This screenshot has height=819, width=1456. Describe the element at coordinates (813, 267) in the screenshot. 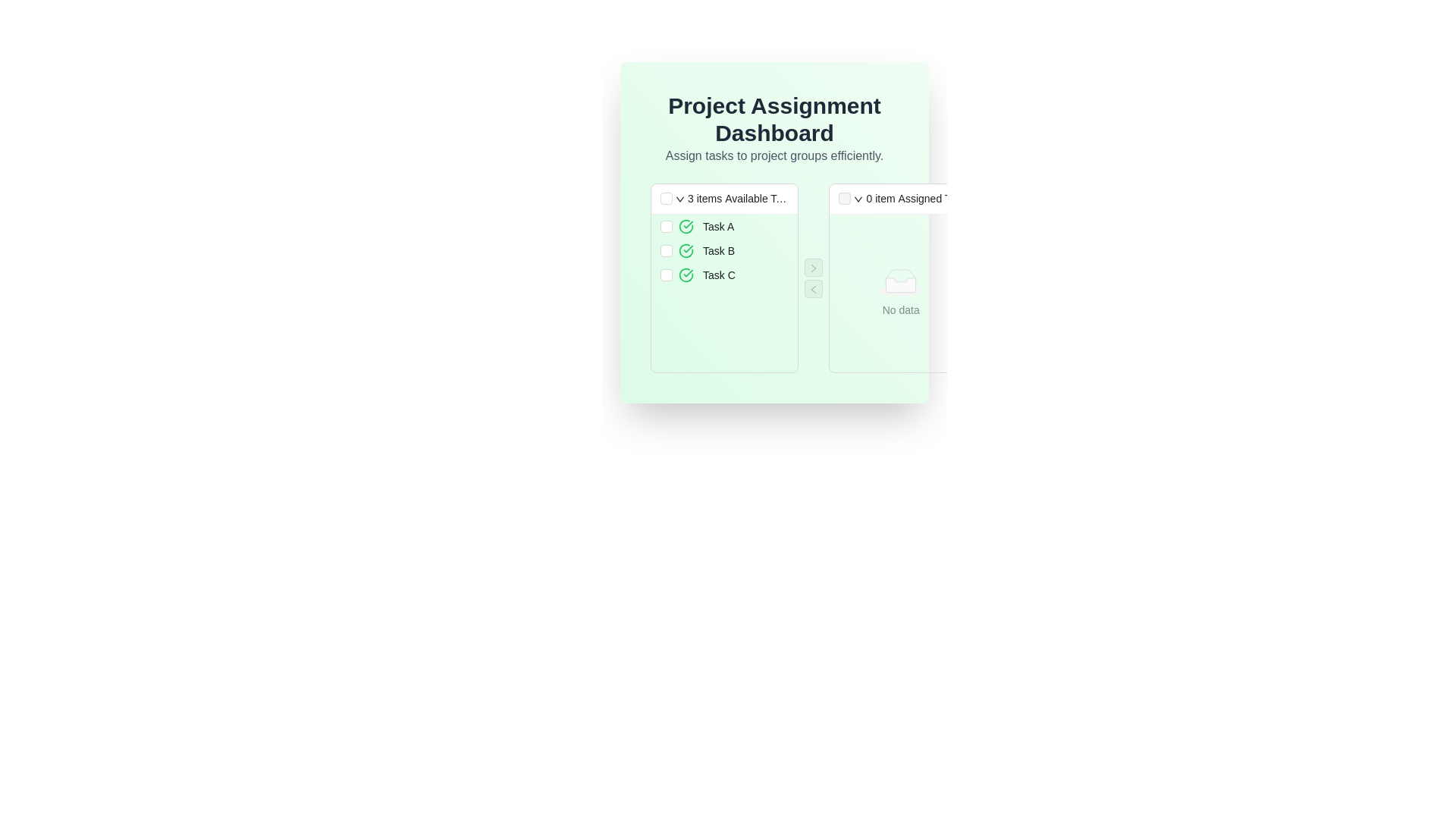

I see `the navigational button located centrally between the '3 items Available Tasks' section on the left and the '0 item Assigned' section on the right to initiate the transfer or navigation action` at that location.